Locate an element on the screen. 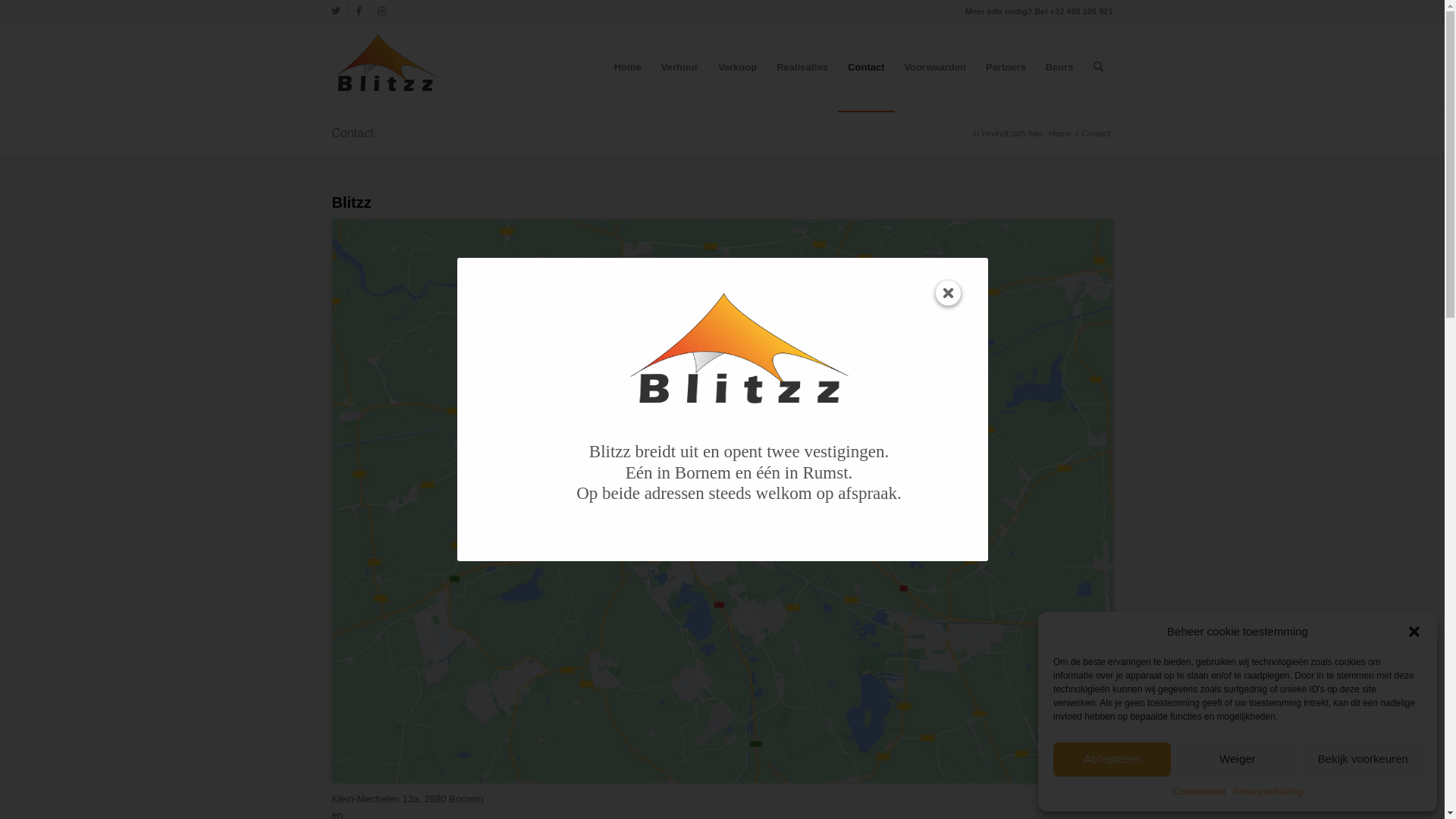 This screenshot has height=819, width=1456. 'Accepteren' is located at coordinates (1112, 759).